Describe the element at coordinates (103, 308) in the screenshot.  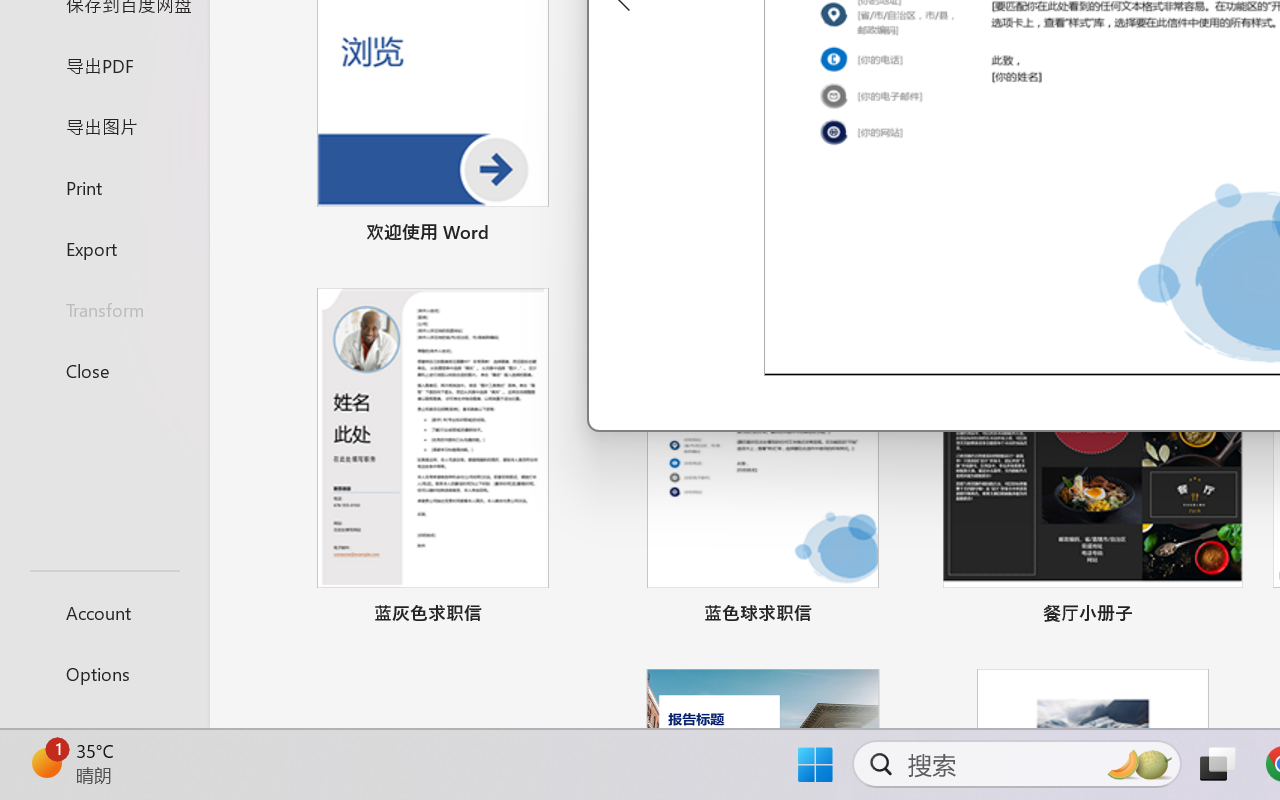
I see `'Transform'` at that location.